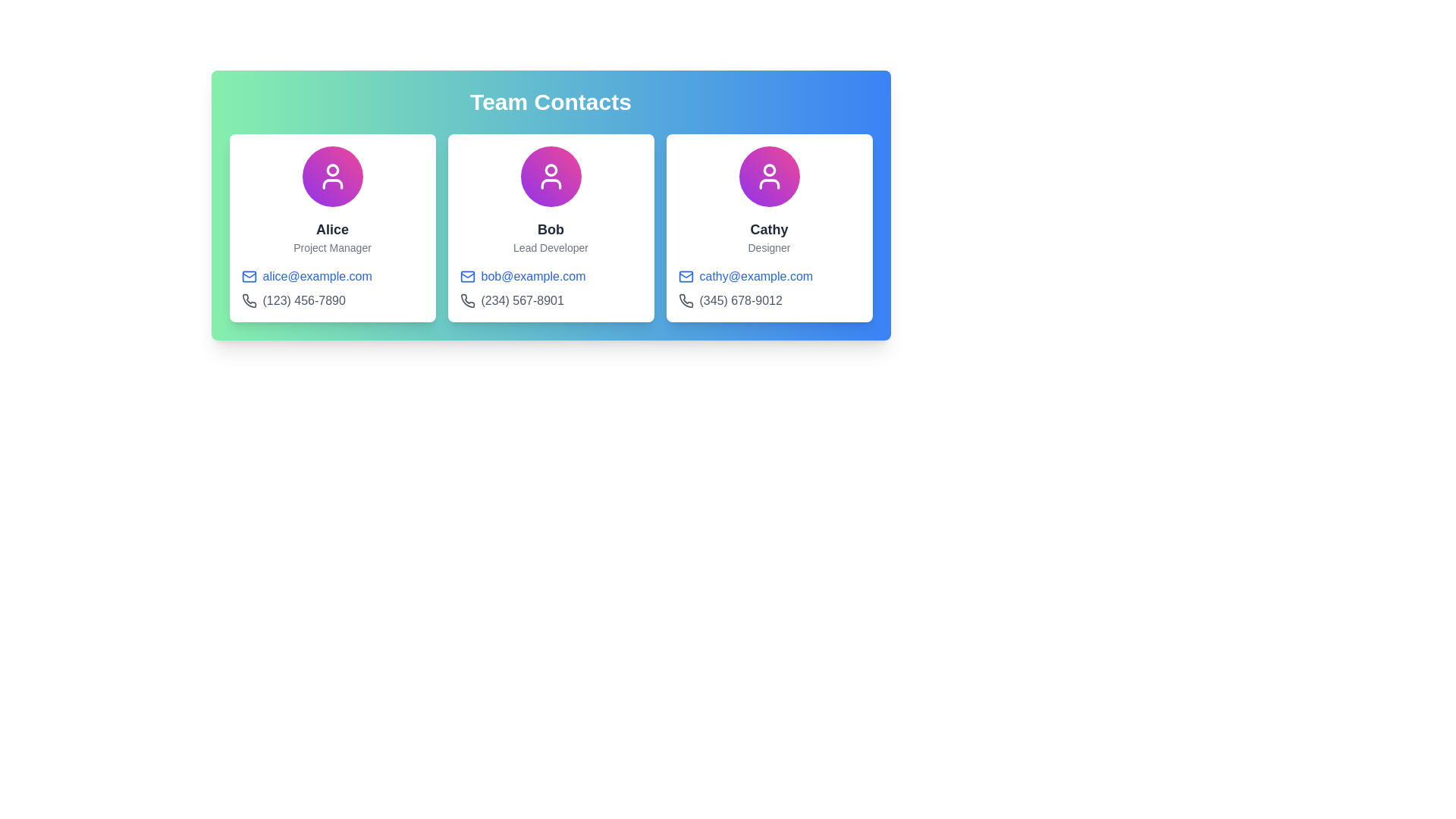 This screenshot has height=819, width=1456. Describe the element at coordinates (303, 301) in the screenshot. I see `contact phone number of 'Alice' displayed in the Text Label located below 'alice@example.com' and to the right of the phone icon` at that location.